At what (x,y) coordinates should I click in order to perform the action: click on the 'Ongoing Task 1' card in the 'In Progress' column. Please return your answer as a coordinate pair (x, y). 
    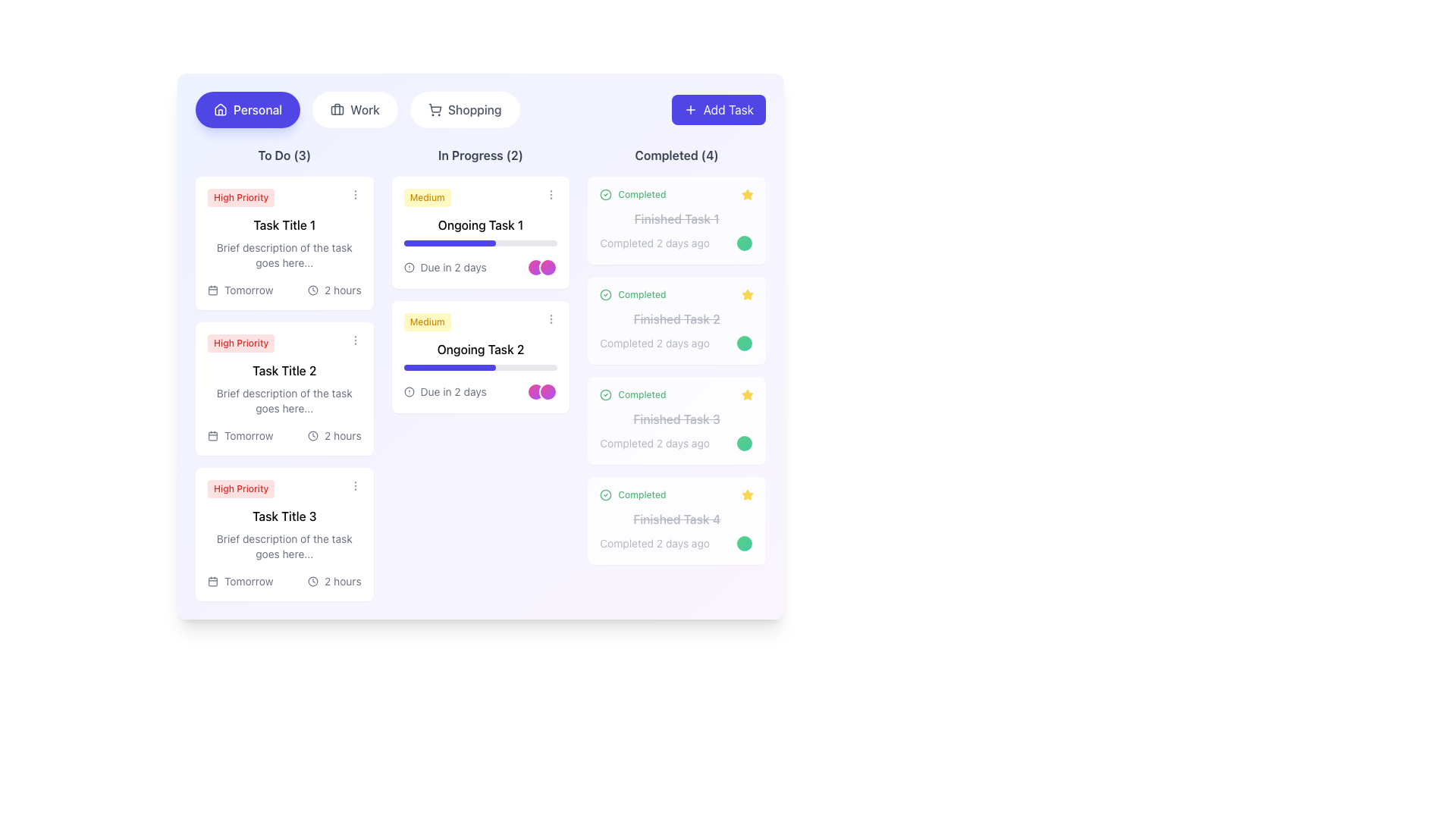
    Looking at the image, I should click on (479, 233).